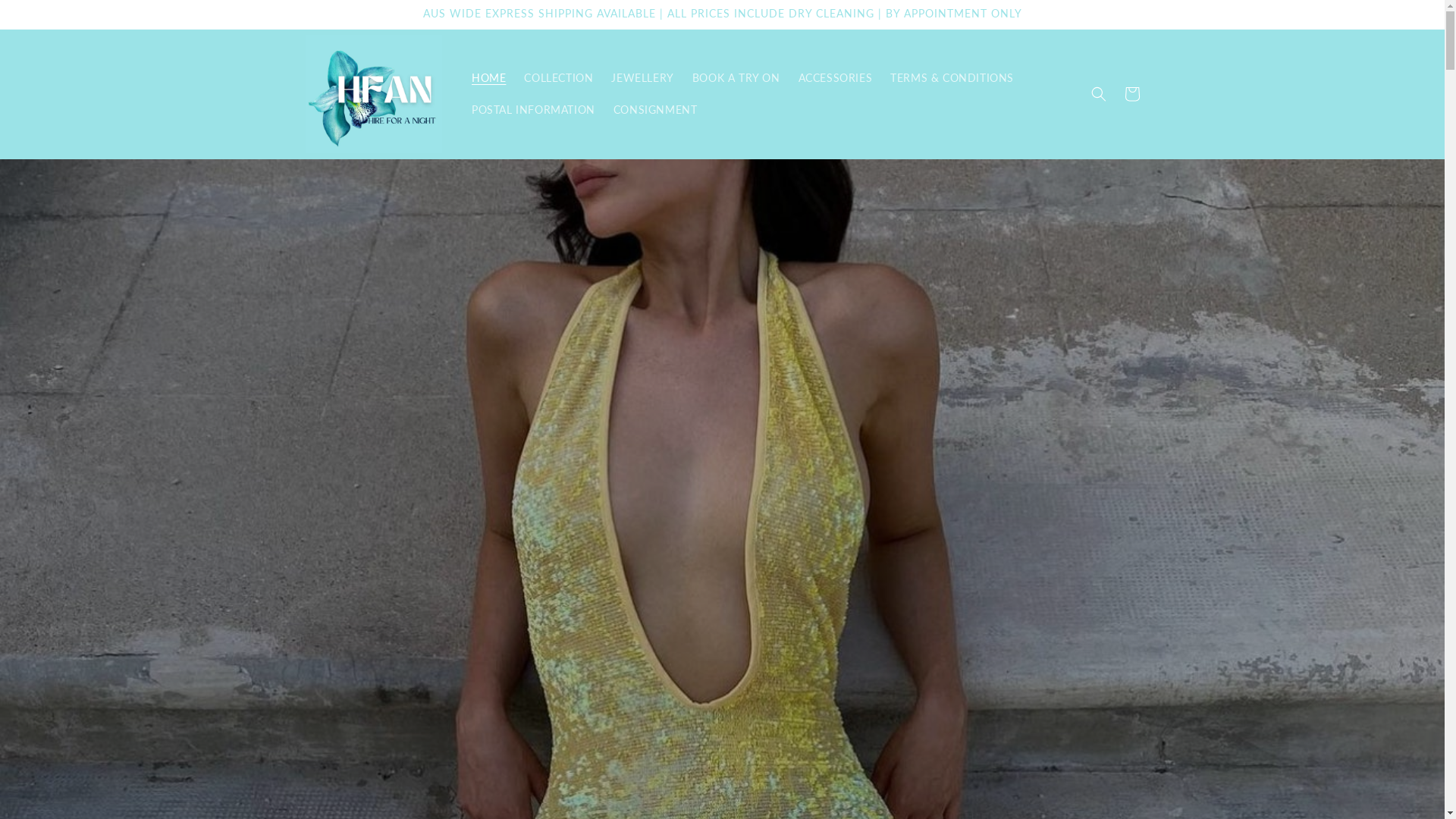  I want to click on 'HOME', so click(488, 78).